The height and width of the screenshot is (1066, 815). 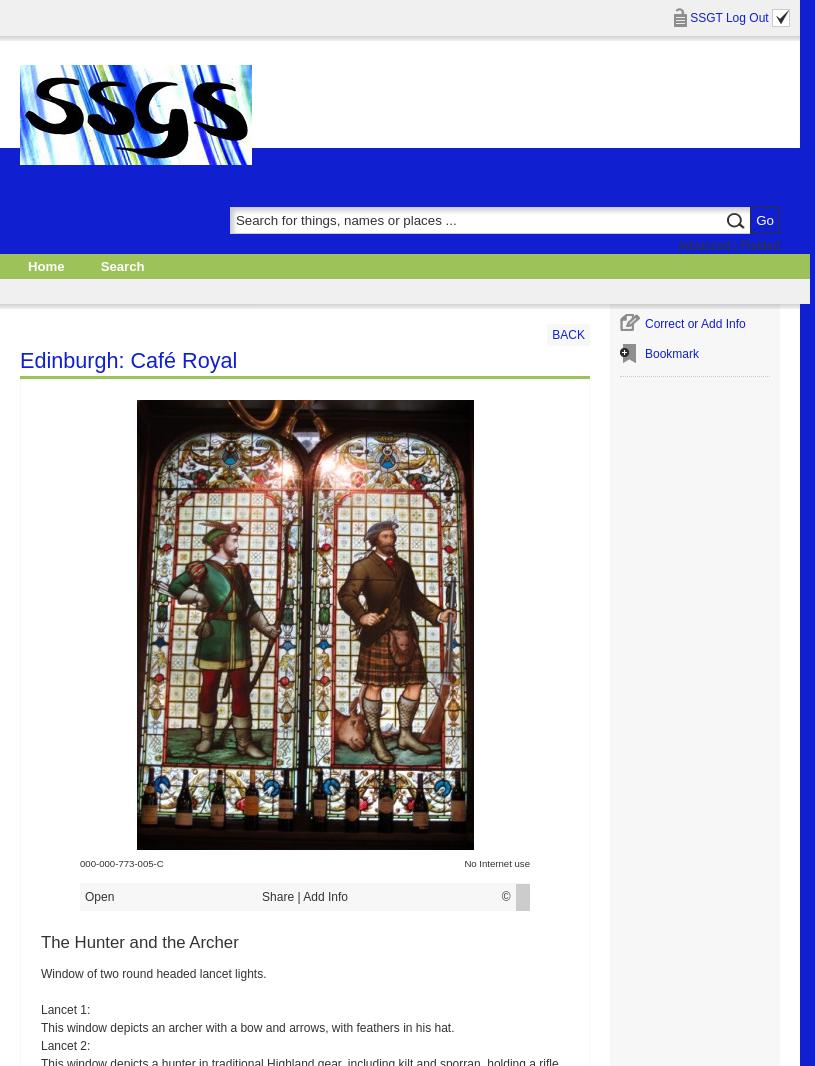 What do you see at coordinates (127, 359) in the screenshot?
I see `'Edinburgh: Café Royal'` at bounding box center [127, 359].